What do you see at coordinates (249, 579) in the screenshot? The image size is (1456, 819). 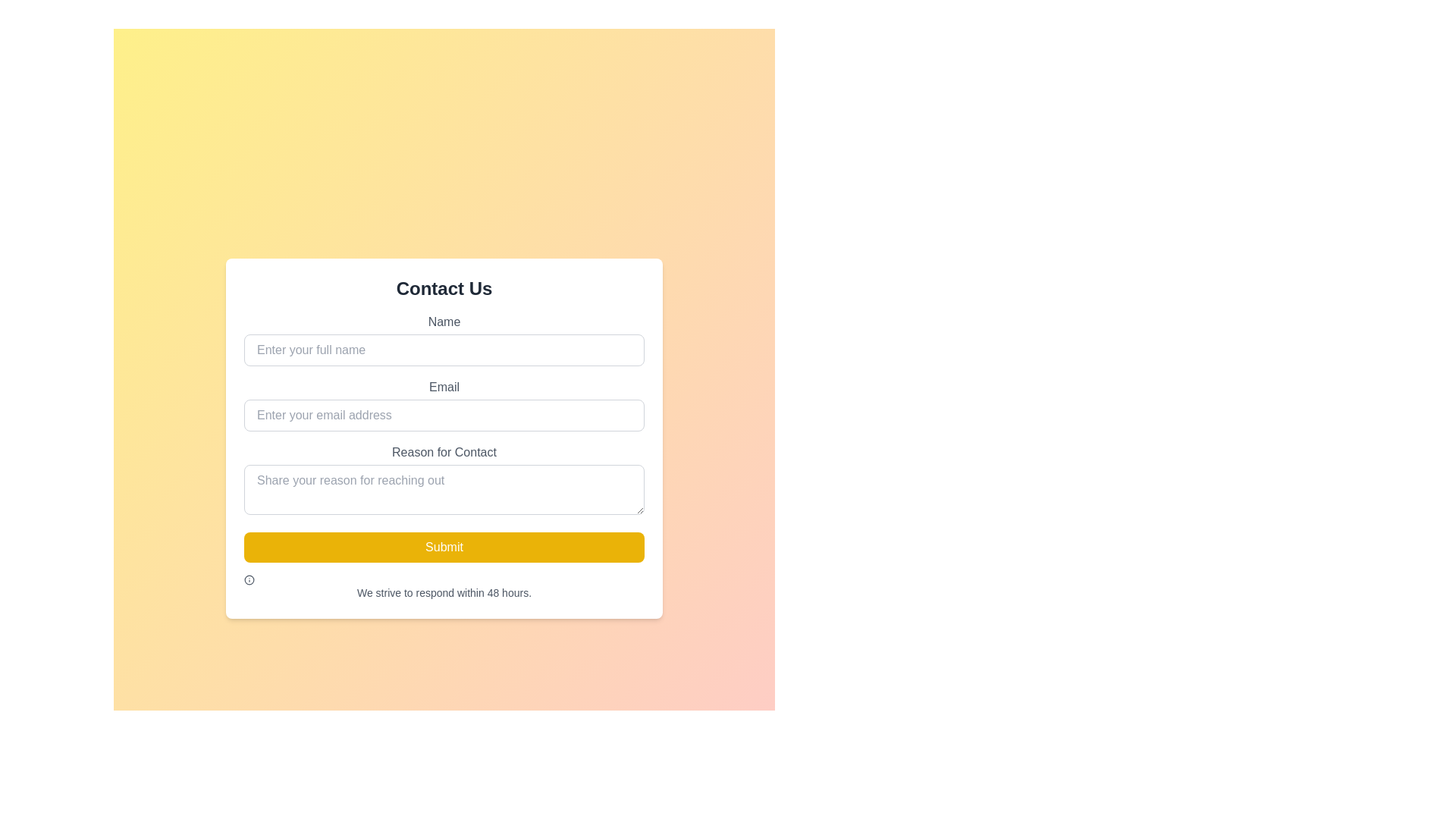 I see `the information icon located to the left of the text 'We strive to respond within 48 hours.'` at bounding box center [249, 579].